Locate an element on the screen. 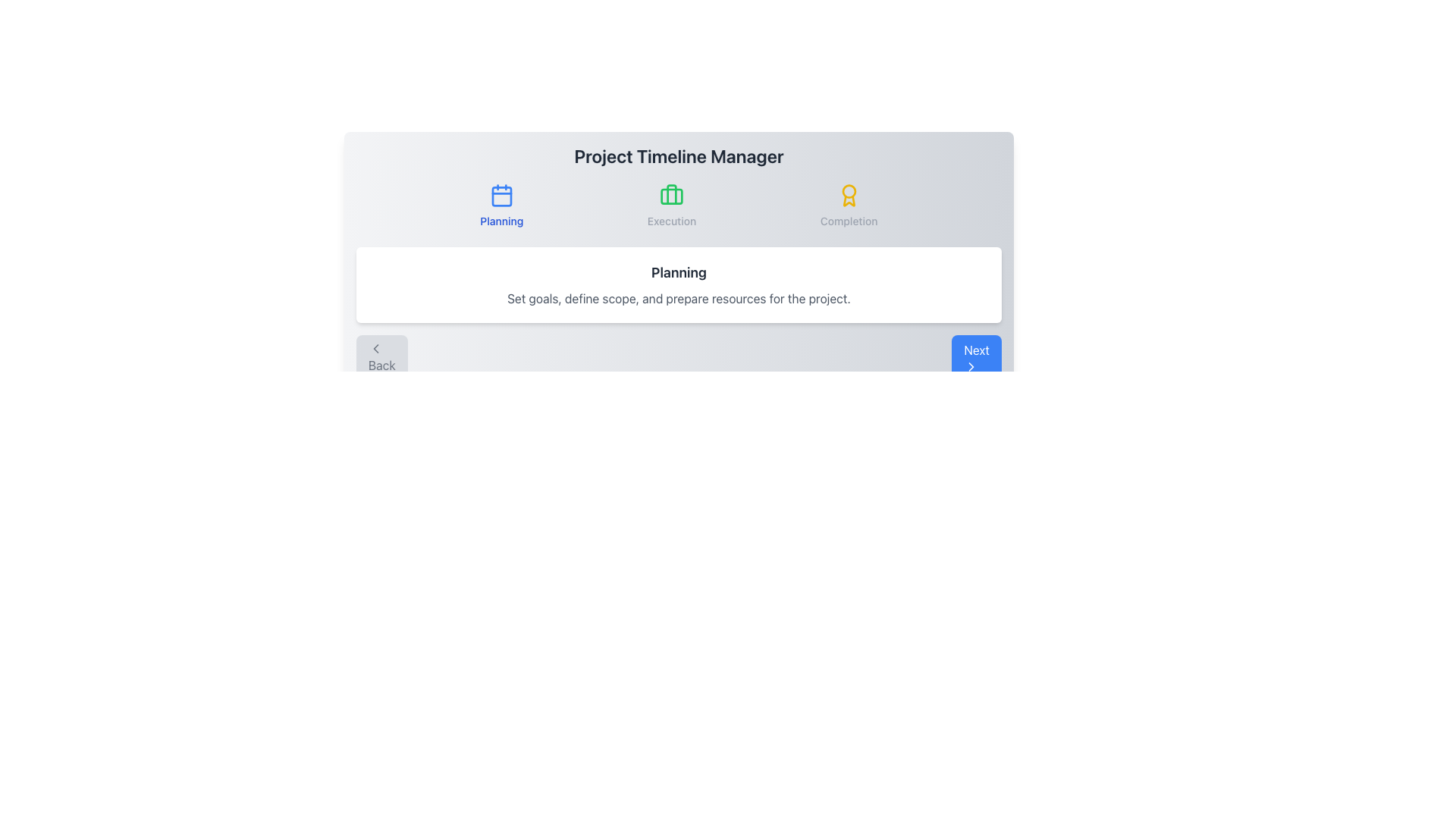 This screenshot has width=1456, height=819. the calendar icon with a blue outline located in the 'Planning' section above the text label 'Planning' for possible interaction is located at coordinates (501, 195).